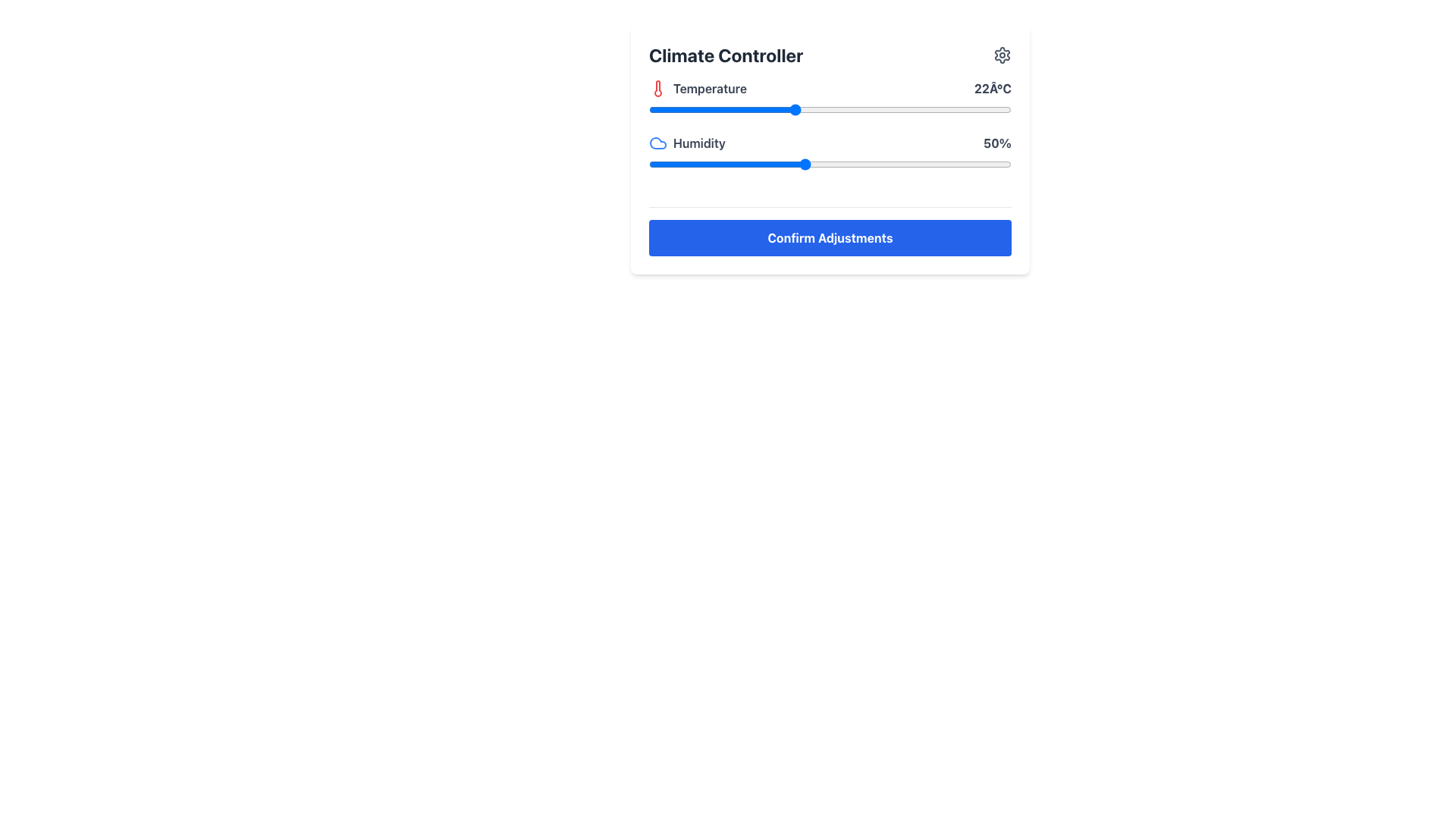  Describe the element at coordinates (1002, 55) in the screenshot. I see `the gear-shaped settings icon located at the top-right corner of the 'Climate Controller' panel` at that location.